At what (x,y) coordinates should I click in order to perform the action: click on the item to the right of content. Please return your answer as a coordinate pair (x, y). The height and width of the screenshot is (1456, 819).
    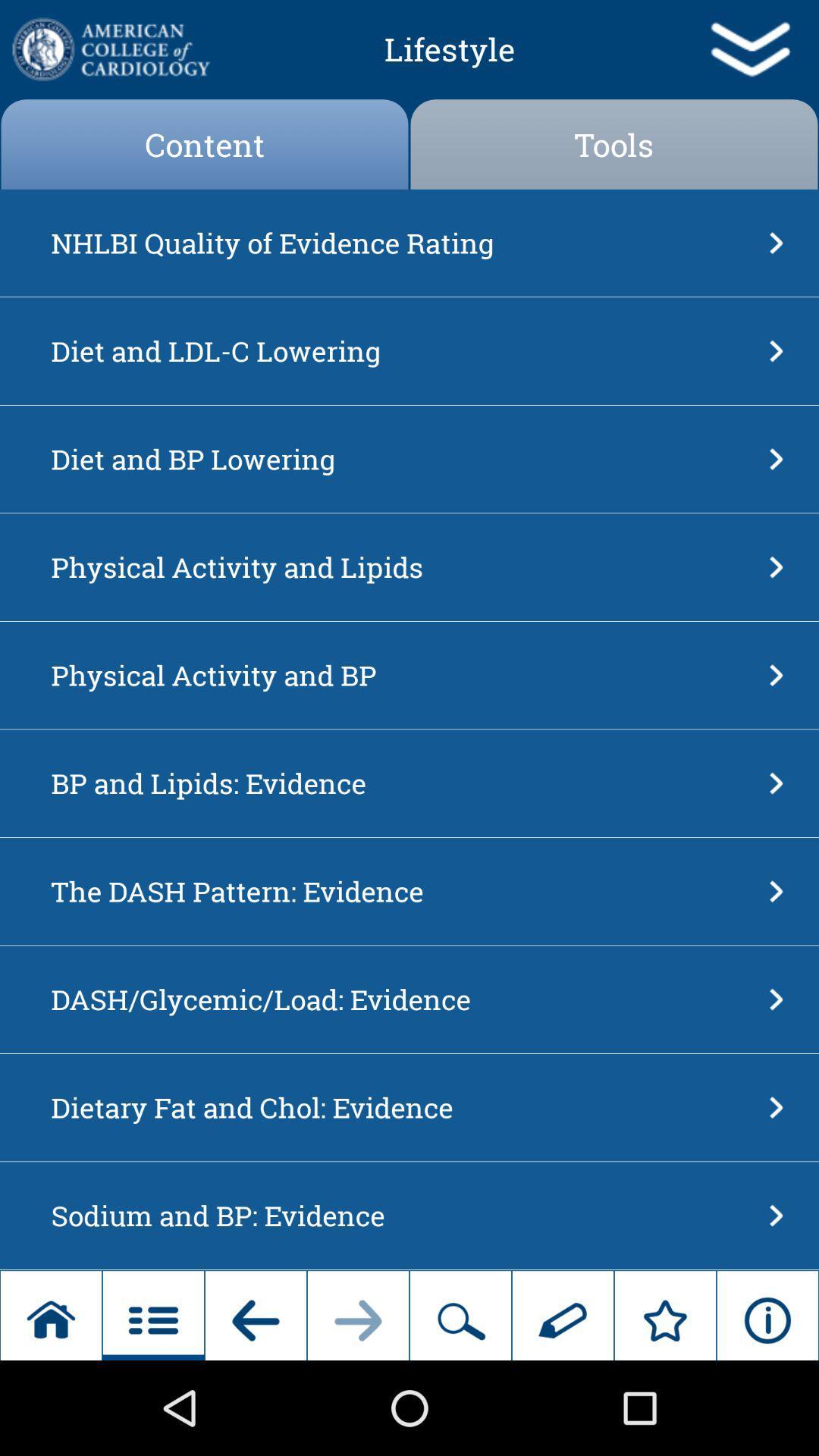
    Looking at the image, I should click on (614, 144).